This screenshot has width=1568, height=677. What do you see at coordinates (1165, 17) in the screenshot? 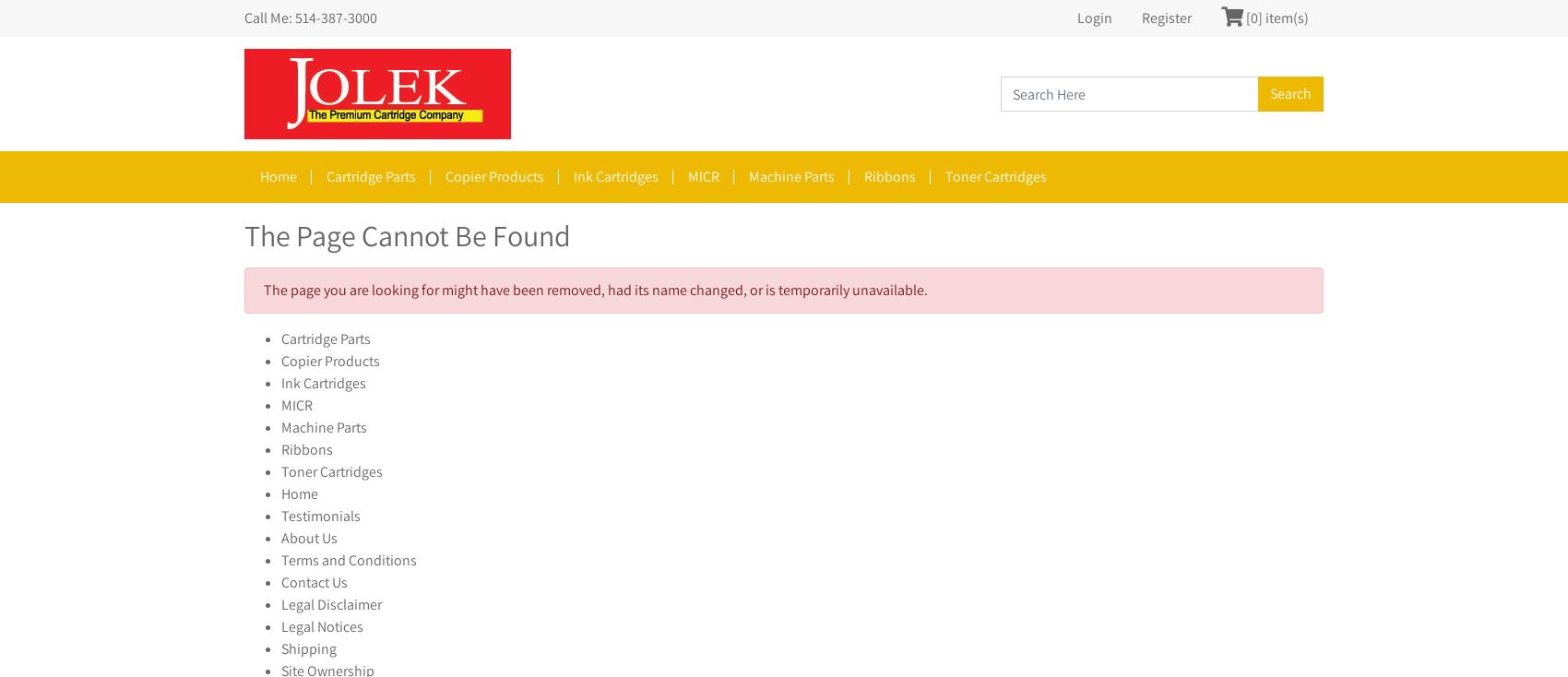
I see `'Register'` at bounding box center [1165, 17].